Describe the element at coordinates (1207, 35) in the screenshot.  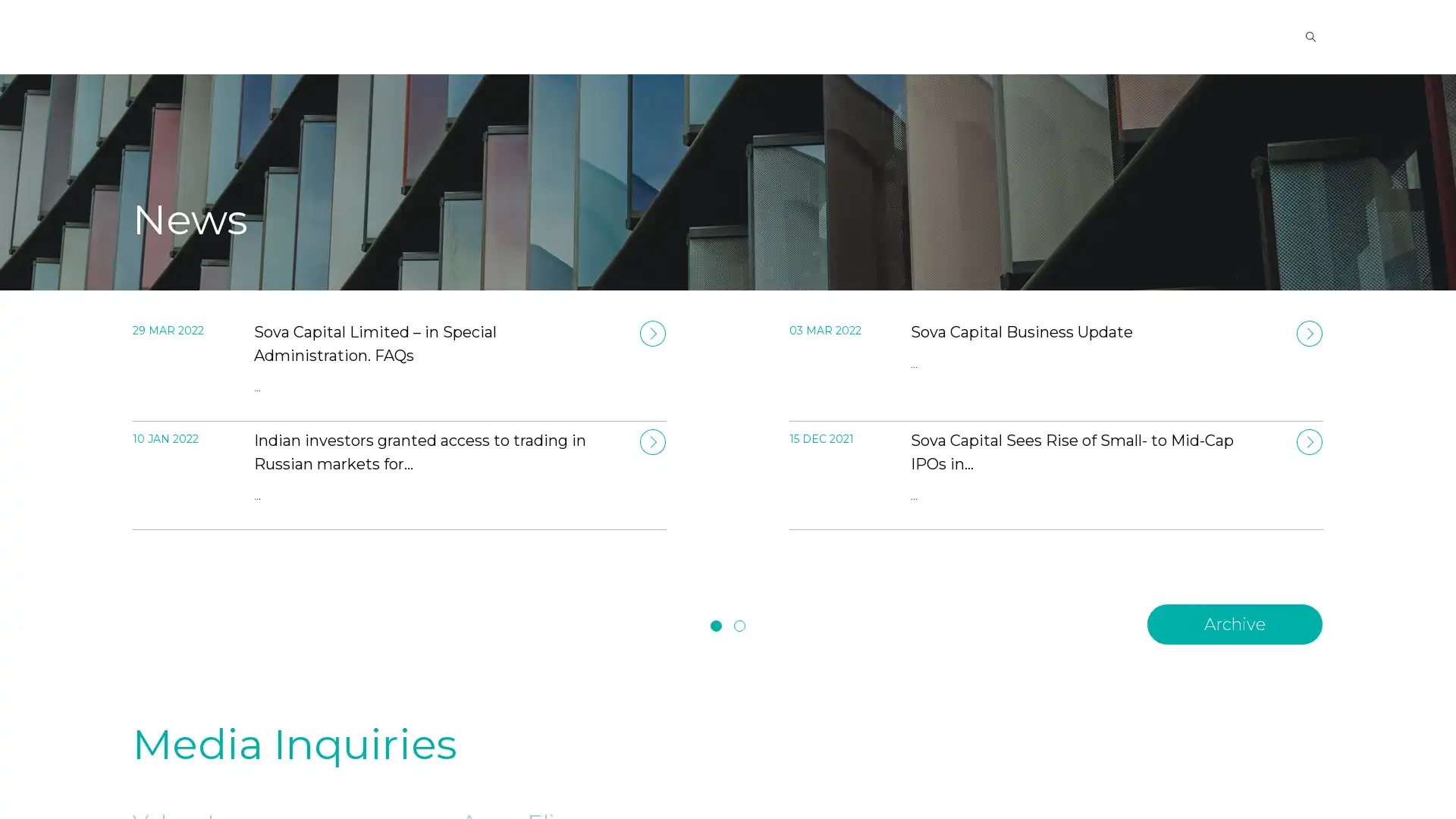
I see `Login` at that location.